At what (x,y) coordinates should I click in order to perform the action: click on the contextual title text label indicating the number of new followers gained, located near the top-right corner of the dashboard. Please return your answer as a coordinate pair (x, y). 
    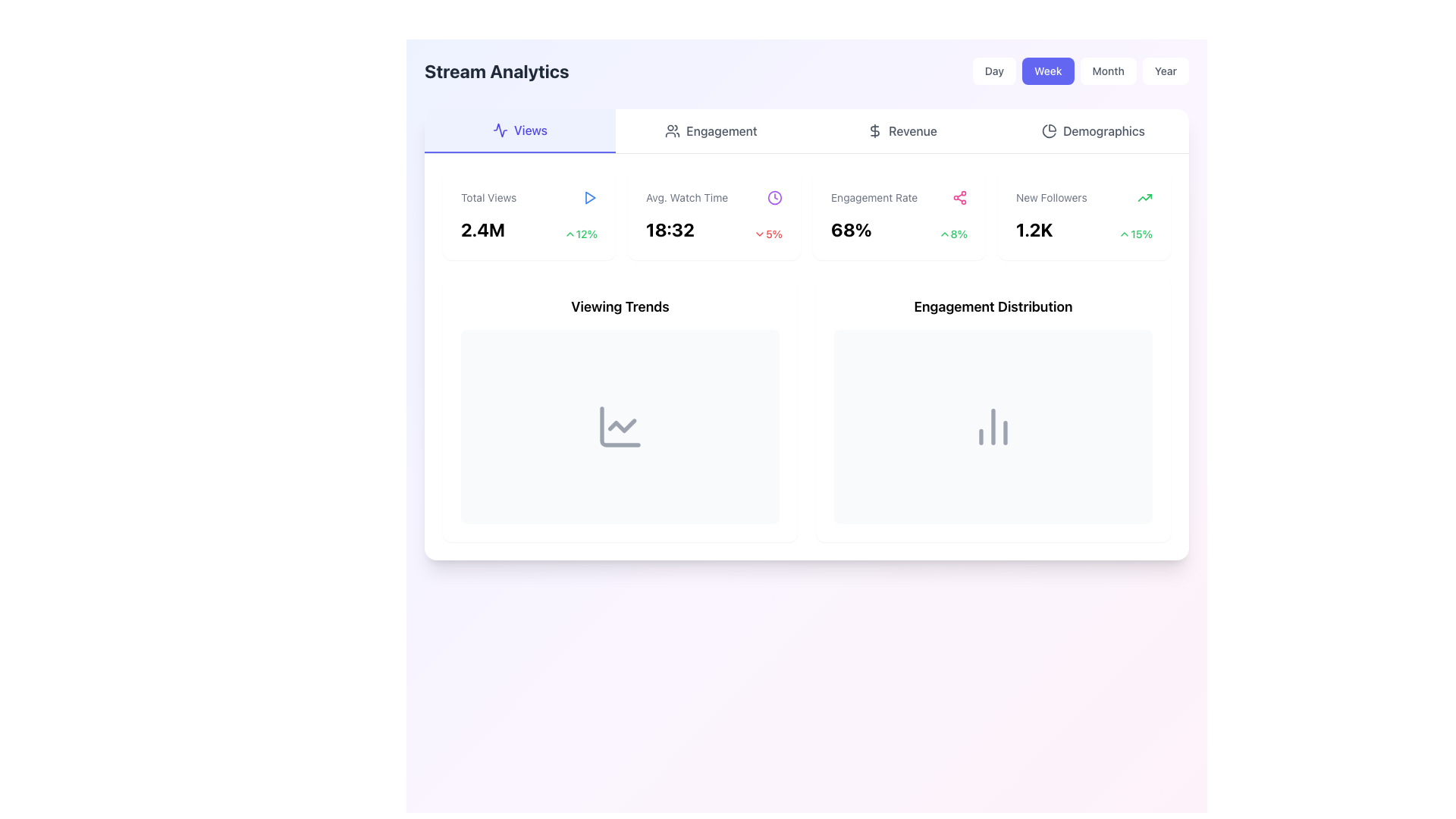
    Looking at the image, I should click on (1050, 197).